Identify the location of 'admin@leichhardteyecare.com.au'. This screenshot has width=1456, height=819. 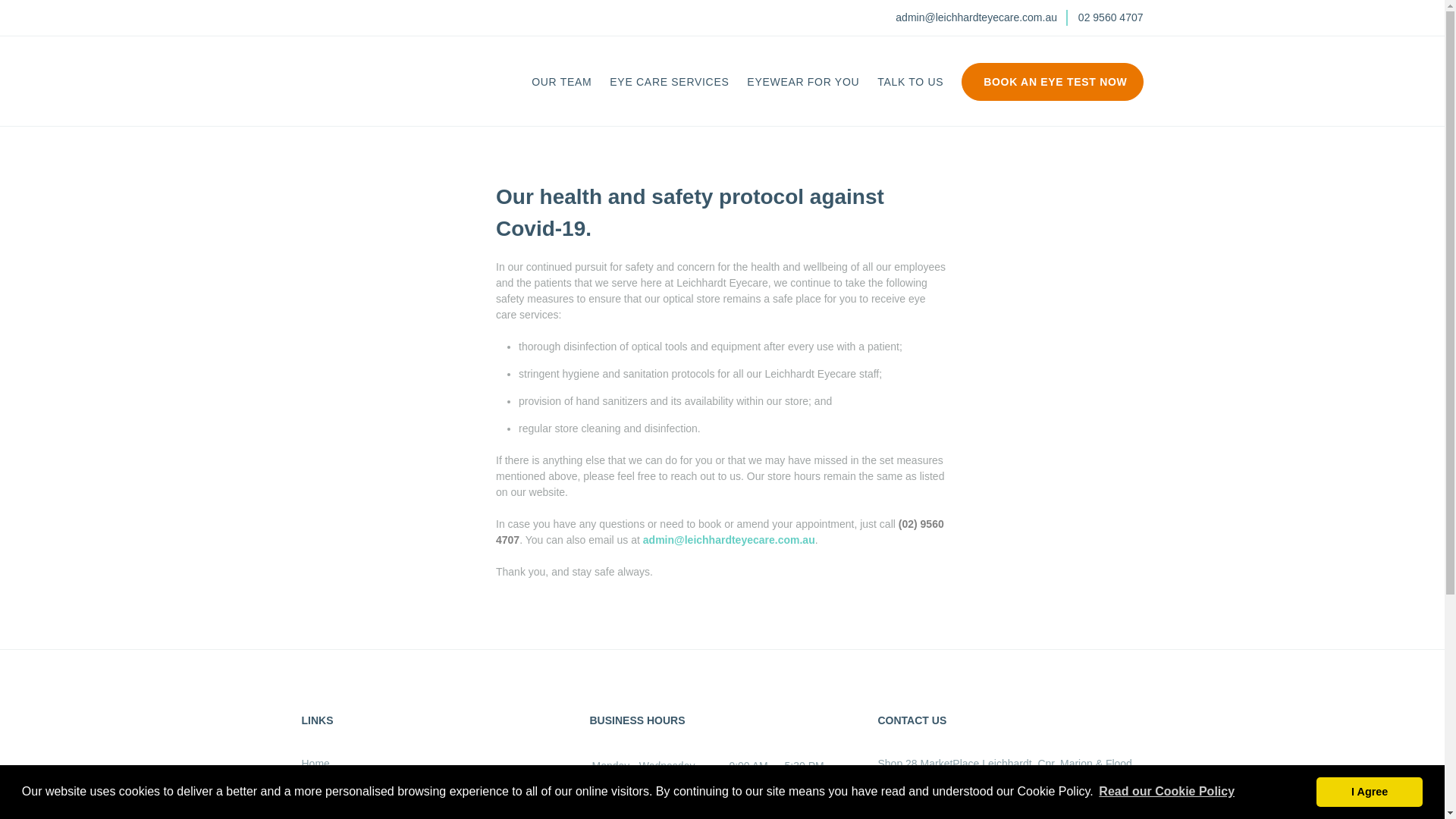
(976, 17).